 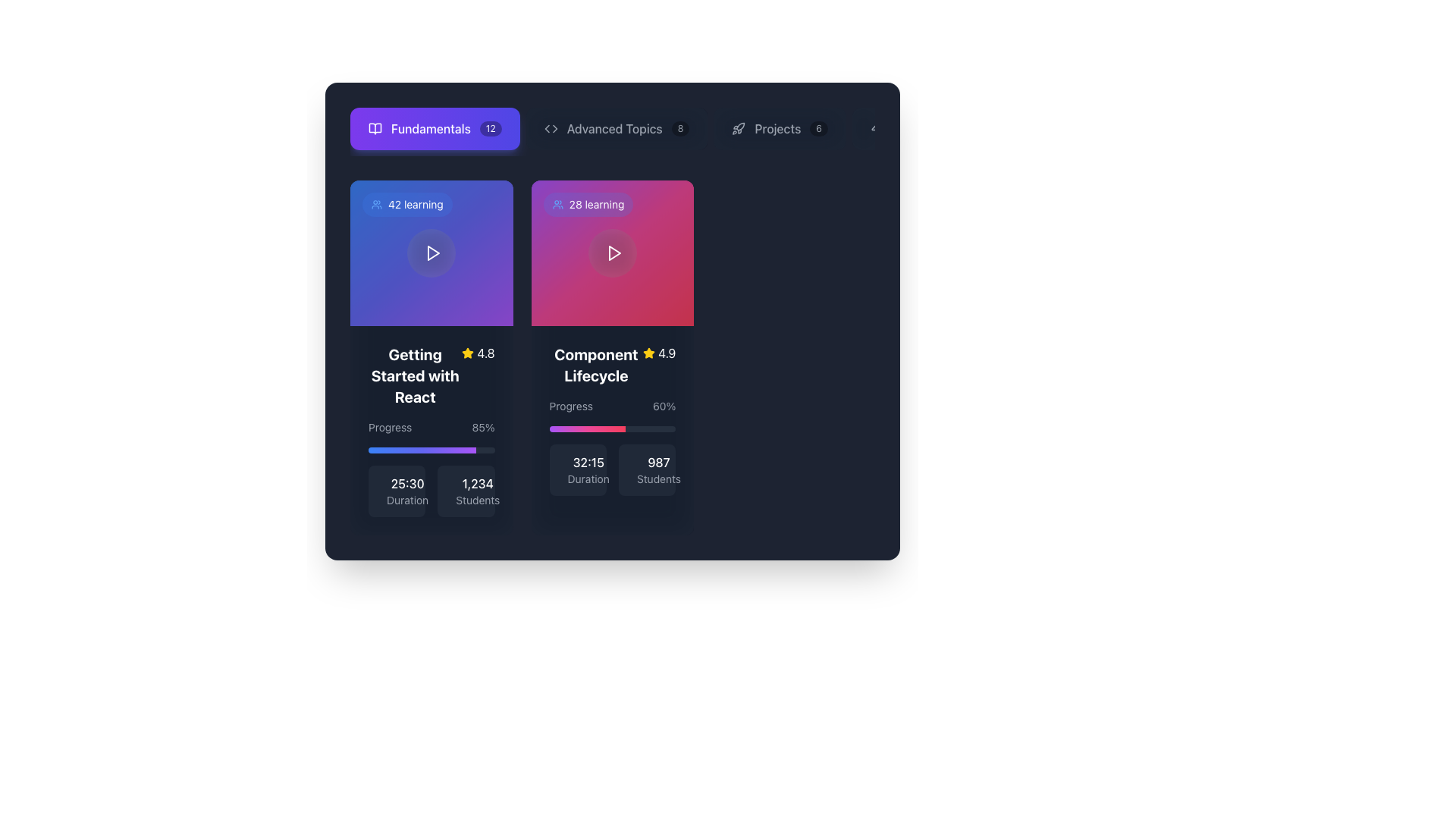 I want to click on the progress bar located in the 'Getting Started with React' section, so click(x=431, y=436).